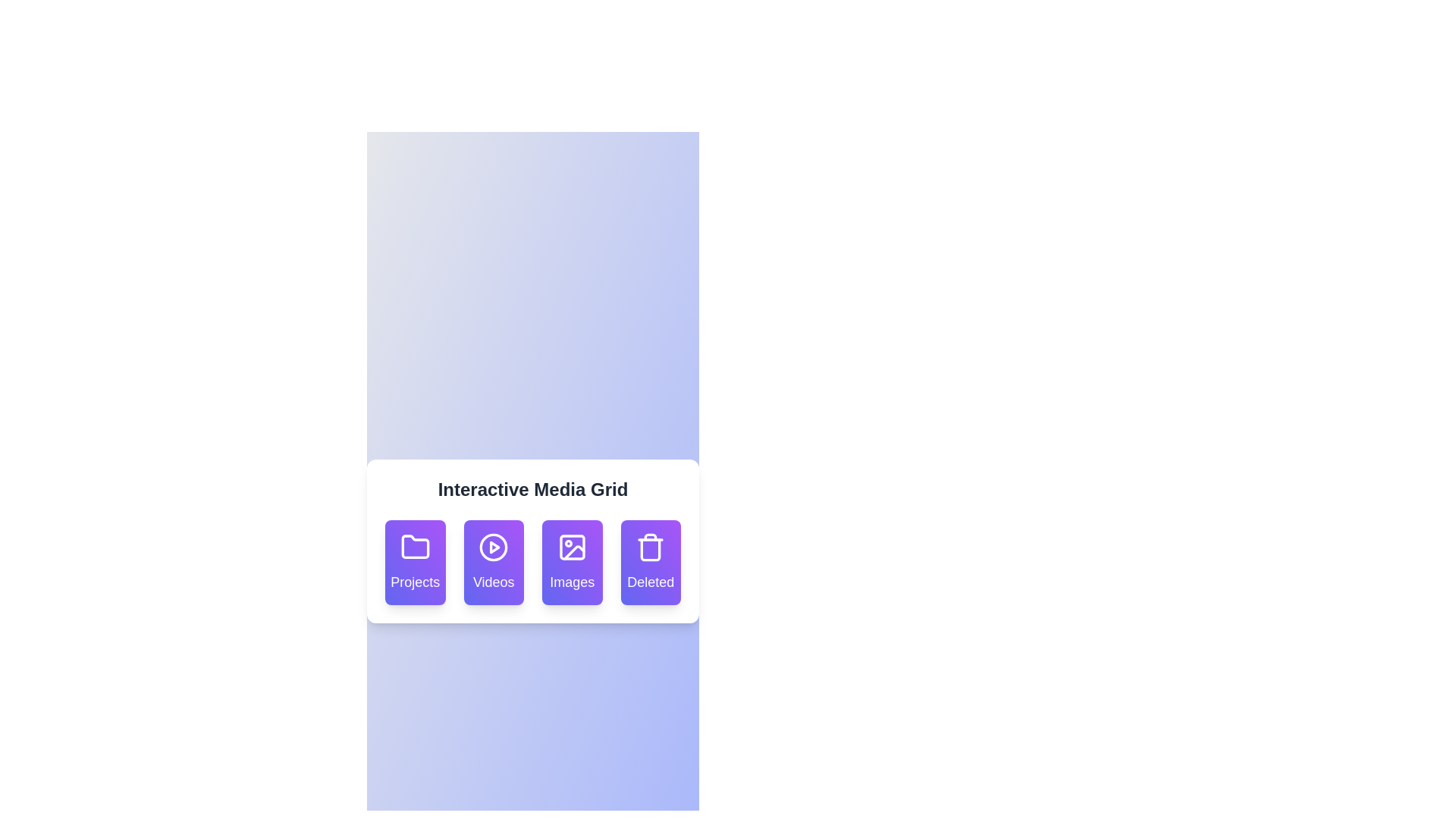 Image resolution: width=1456 pixels, height=819 pixels. What do you see at coordinates (532, 540) in the screenshot?
I see `the button in the central navigational panel` at bounding box center [532, 540].